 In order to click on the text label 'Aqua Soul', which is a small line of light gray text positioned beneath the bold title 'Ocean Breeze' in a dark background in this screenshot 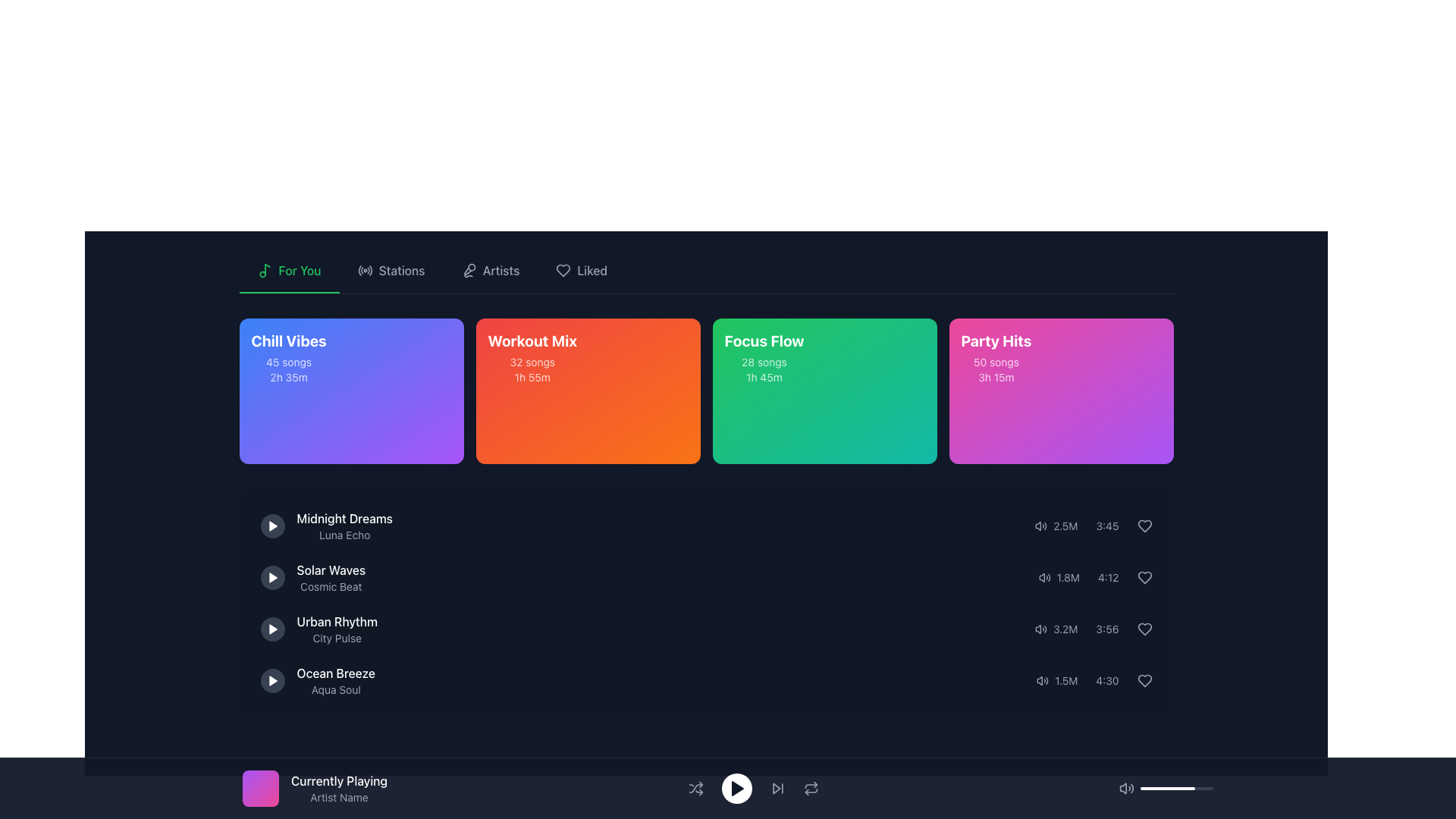, I will do `click(335, 690)`.